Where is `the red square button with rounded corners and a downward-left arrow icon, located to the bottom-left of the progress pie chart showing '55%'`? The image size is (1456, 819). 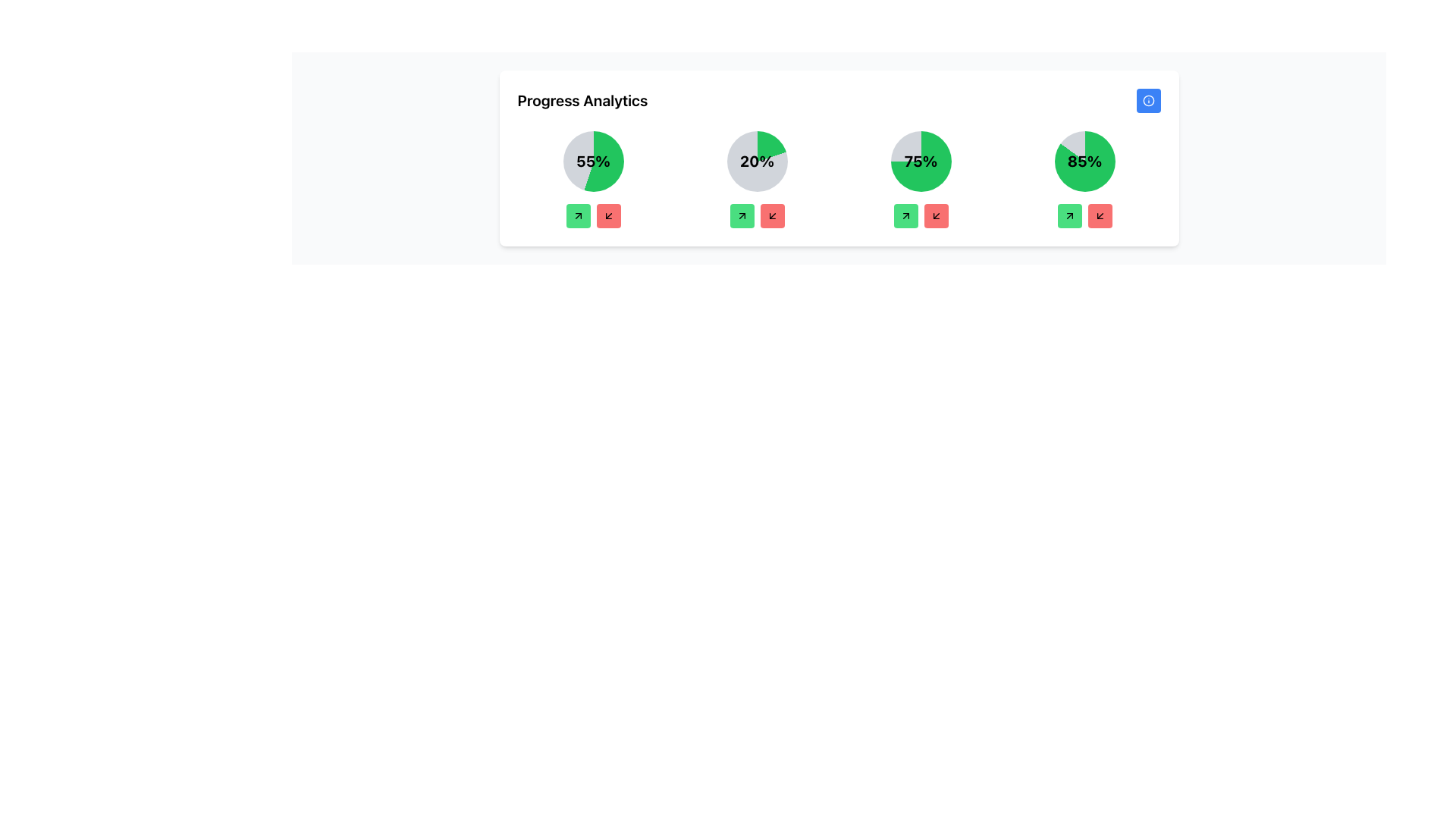 the red square button with rounded corners and a downward-left arrow icon, located to the bottom-left of the progress pie chart showing '55%' is located at coordinates (608, 216).